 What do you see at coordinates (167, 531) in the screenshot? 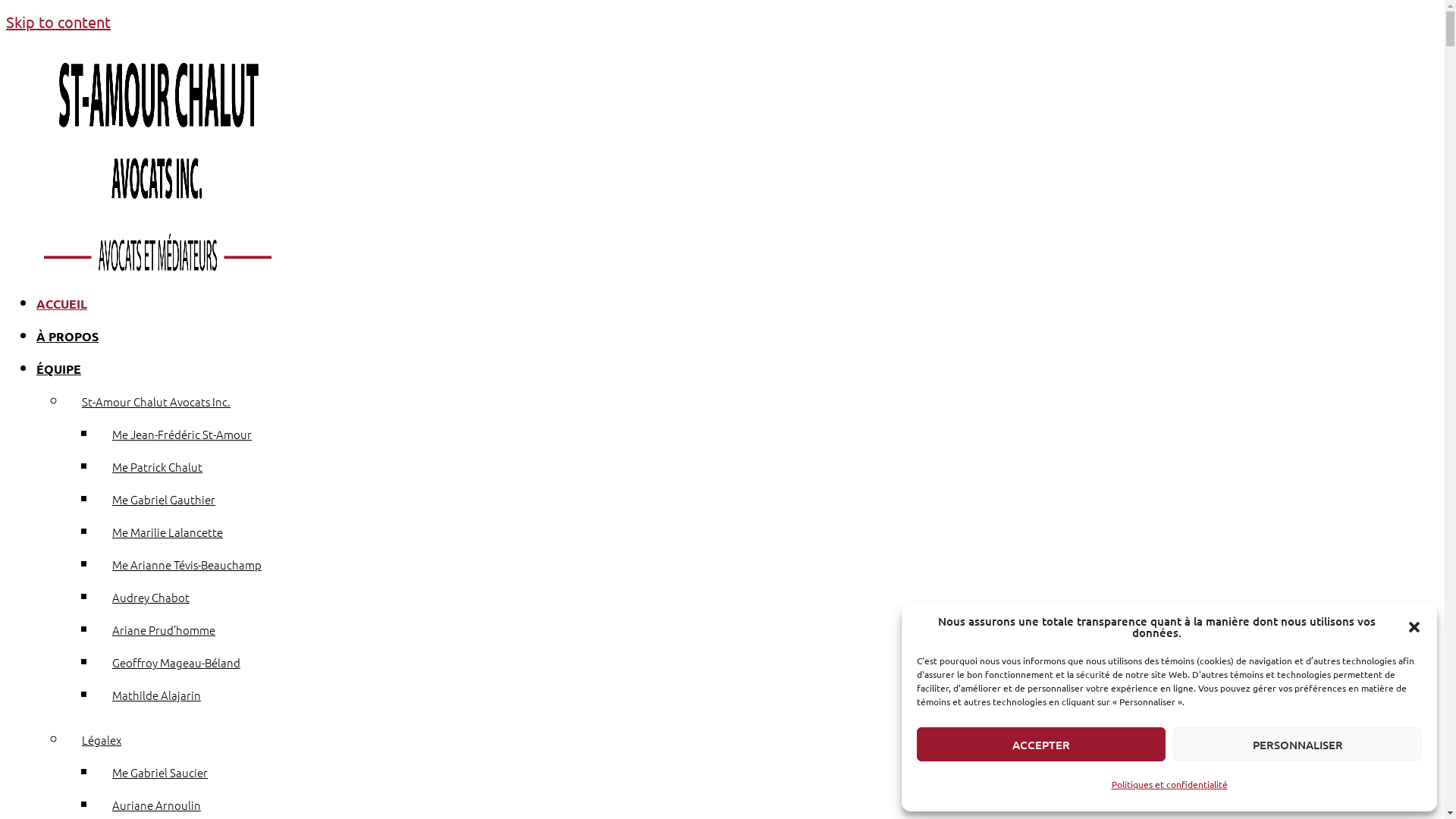
I see `'Me Marilie Lalancette'` at bounding box center [167, 531].